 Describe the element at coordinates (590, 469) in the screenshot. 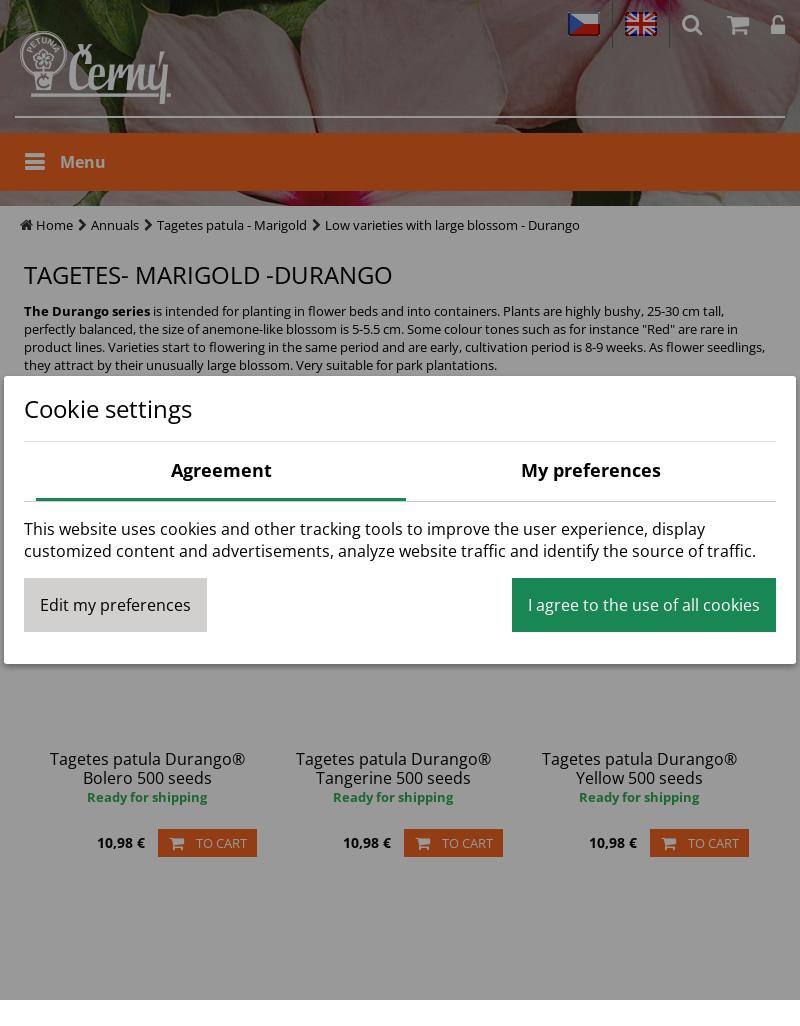

I see `'My preferences'` at that location.